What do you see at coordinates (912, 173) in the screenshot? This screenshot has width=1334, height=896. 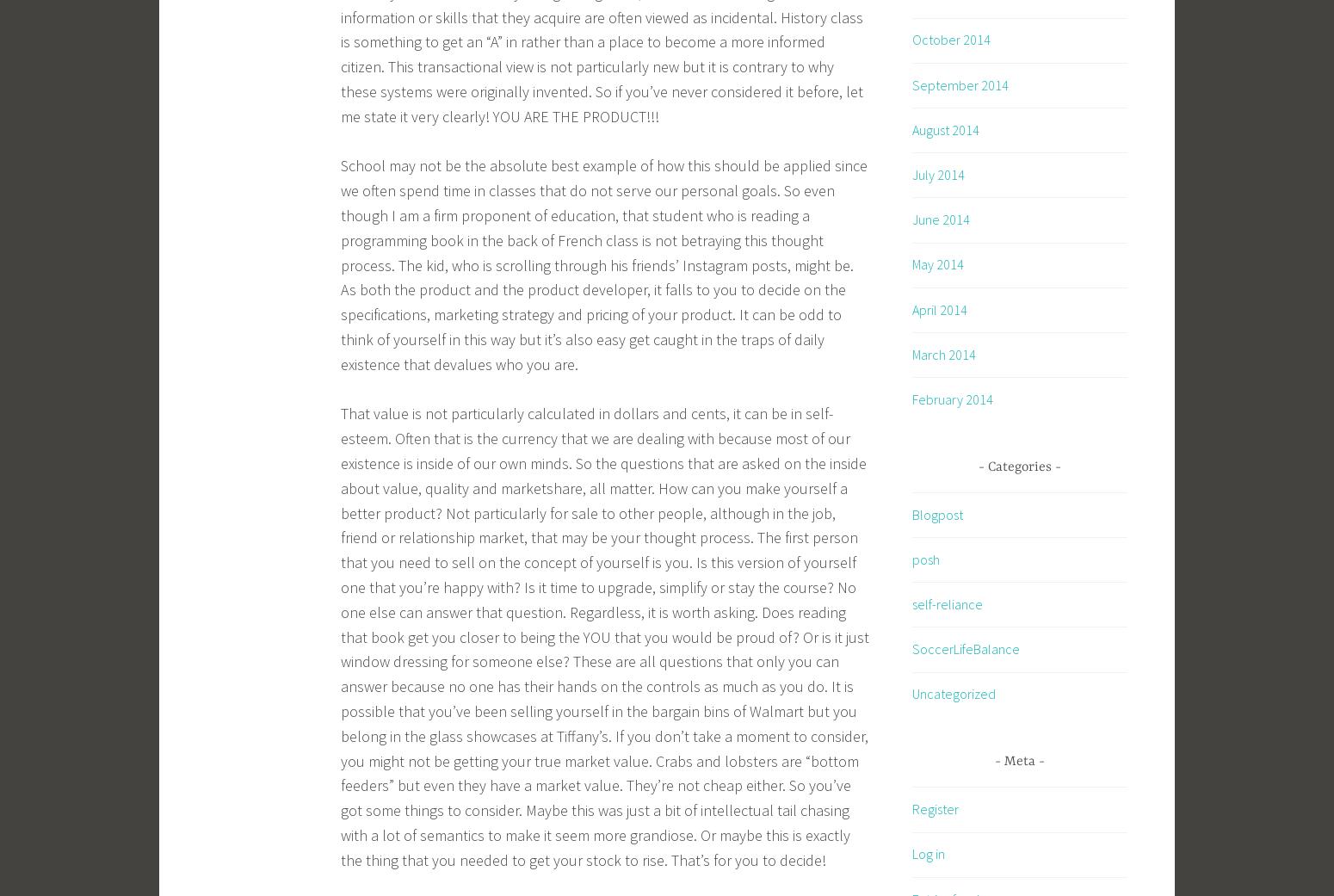 I see `'July 2014'` at bounding box center [912, 173].